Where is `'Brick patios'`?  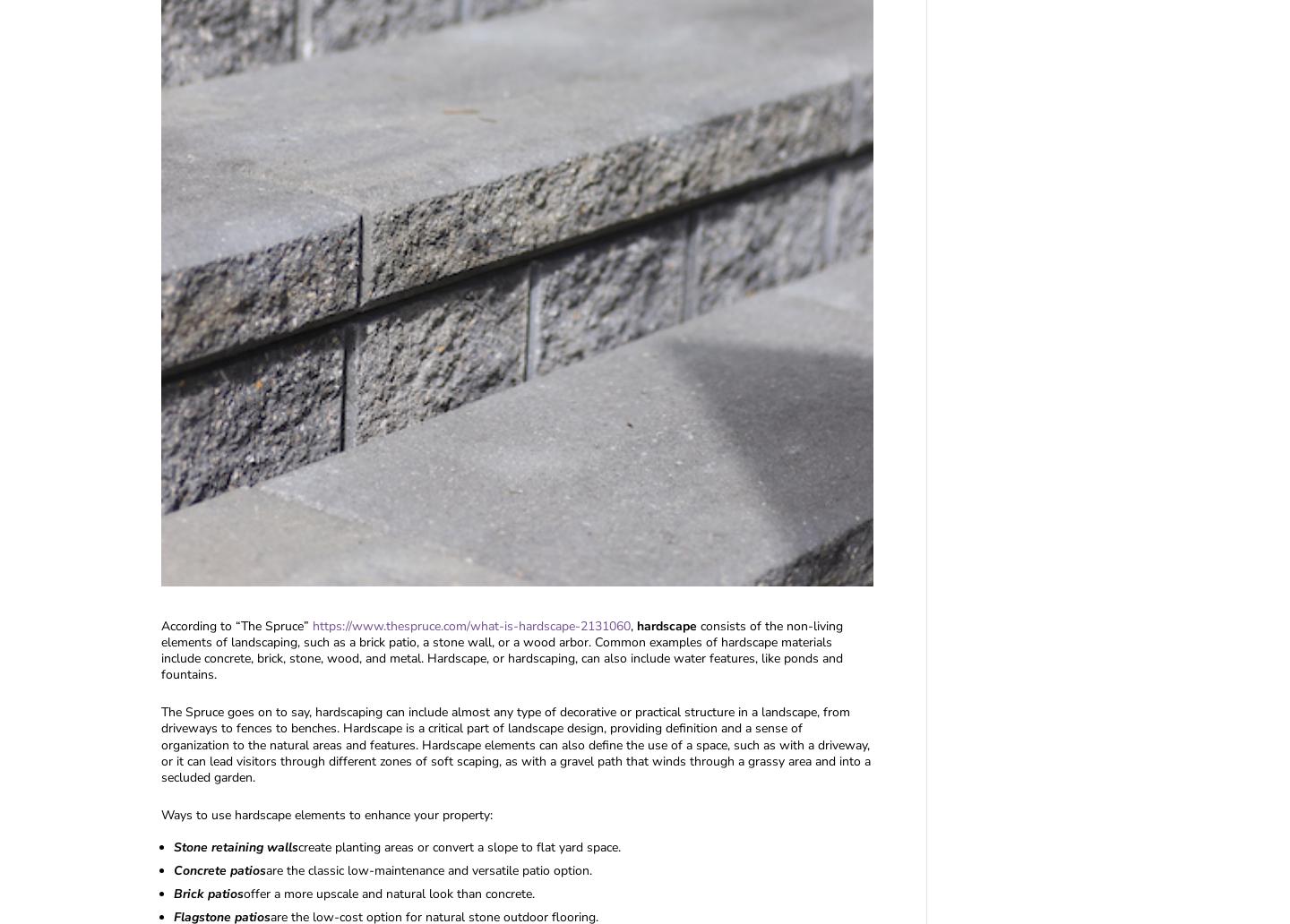
'Brick patios' is located at coordinates (208, 893).